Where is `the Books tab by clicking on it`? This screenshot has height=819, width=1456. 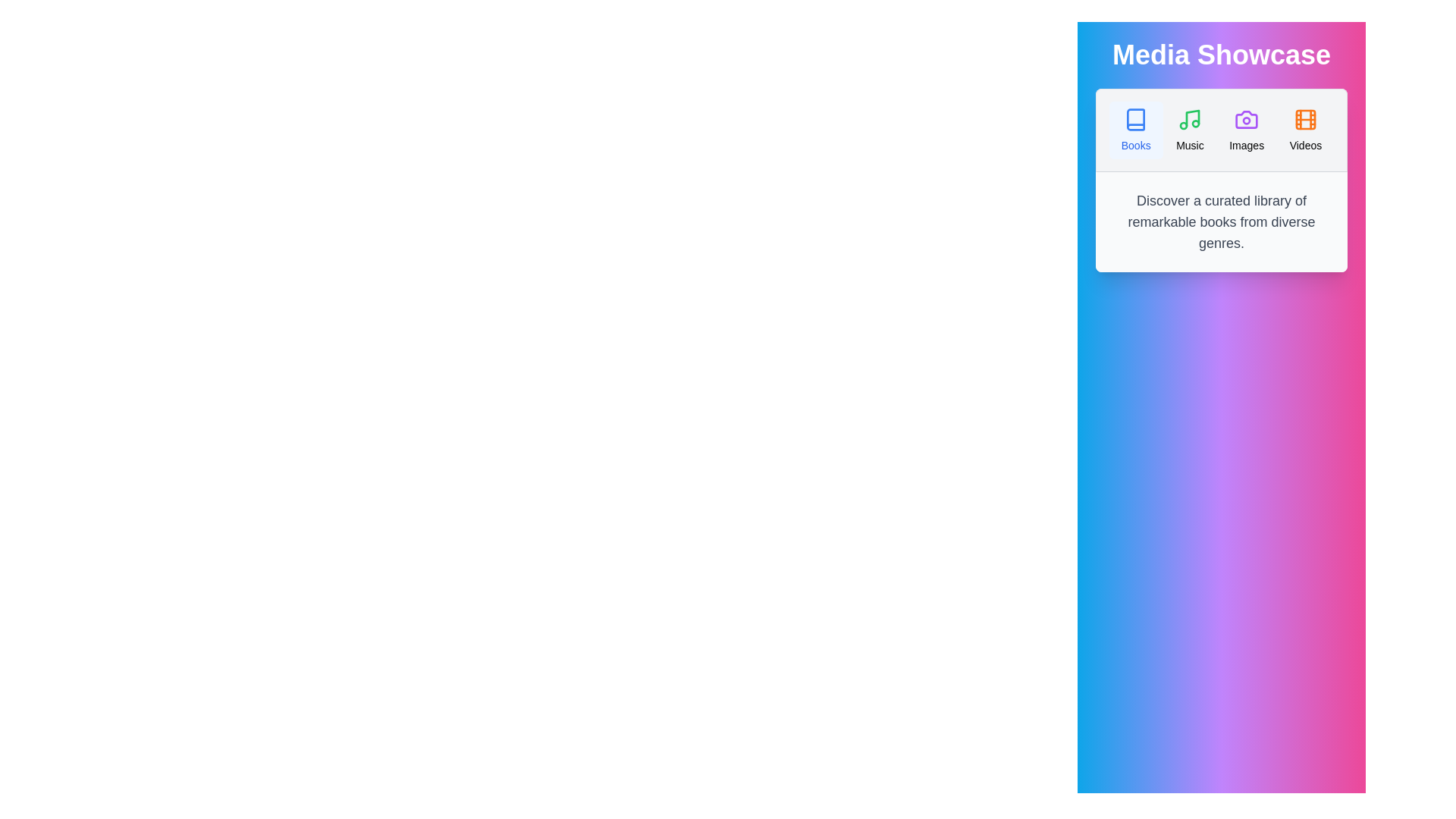
the Books tab by clicking on it is located at coordinates (1136, 130).